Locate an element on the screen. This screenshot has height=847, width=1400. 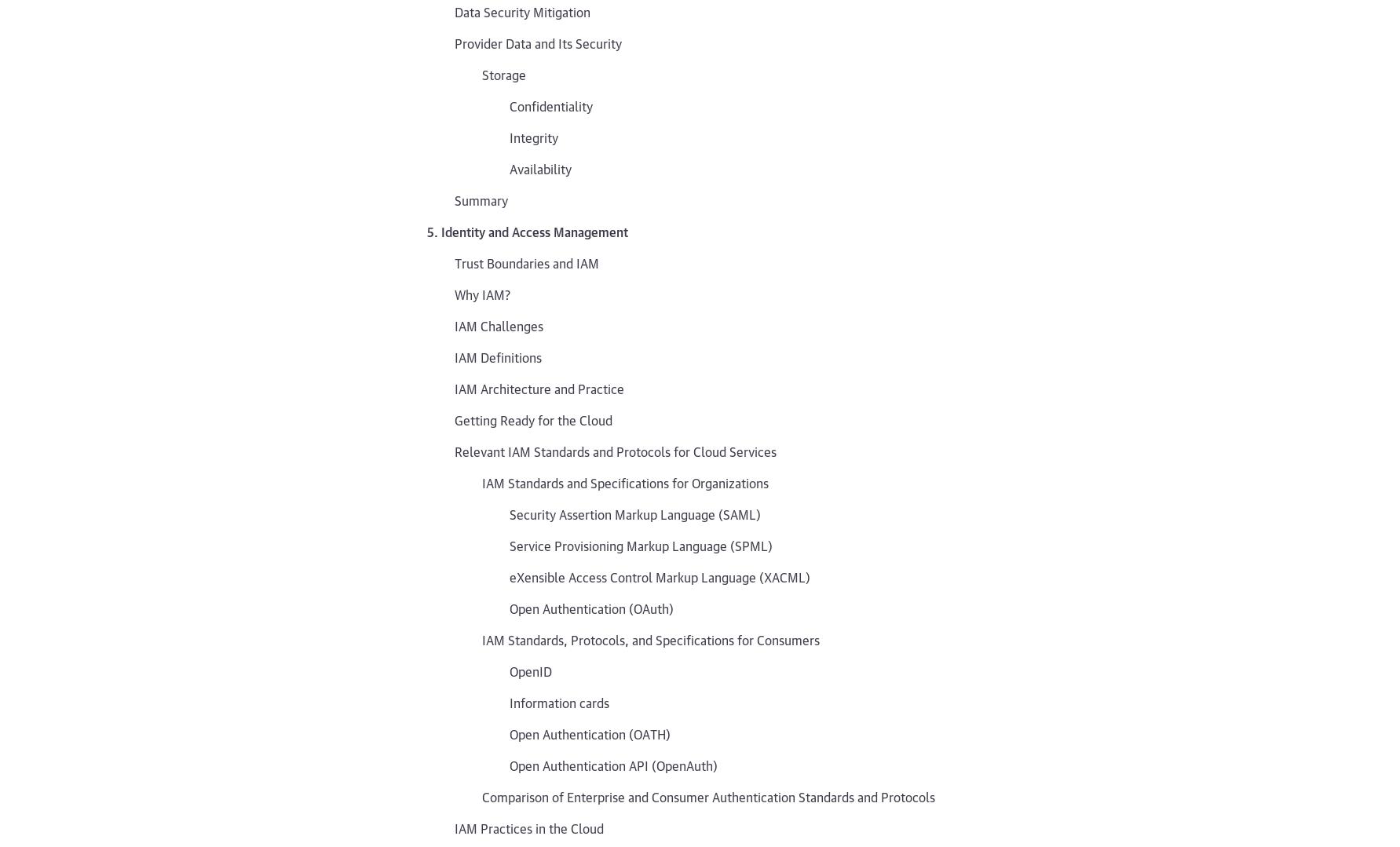
'IAM Challenges' is located at coordinates (453, 324).